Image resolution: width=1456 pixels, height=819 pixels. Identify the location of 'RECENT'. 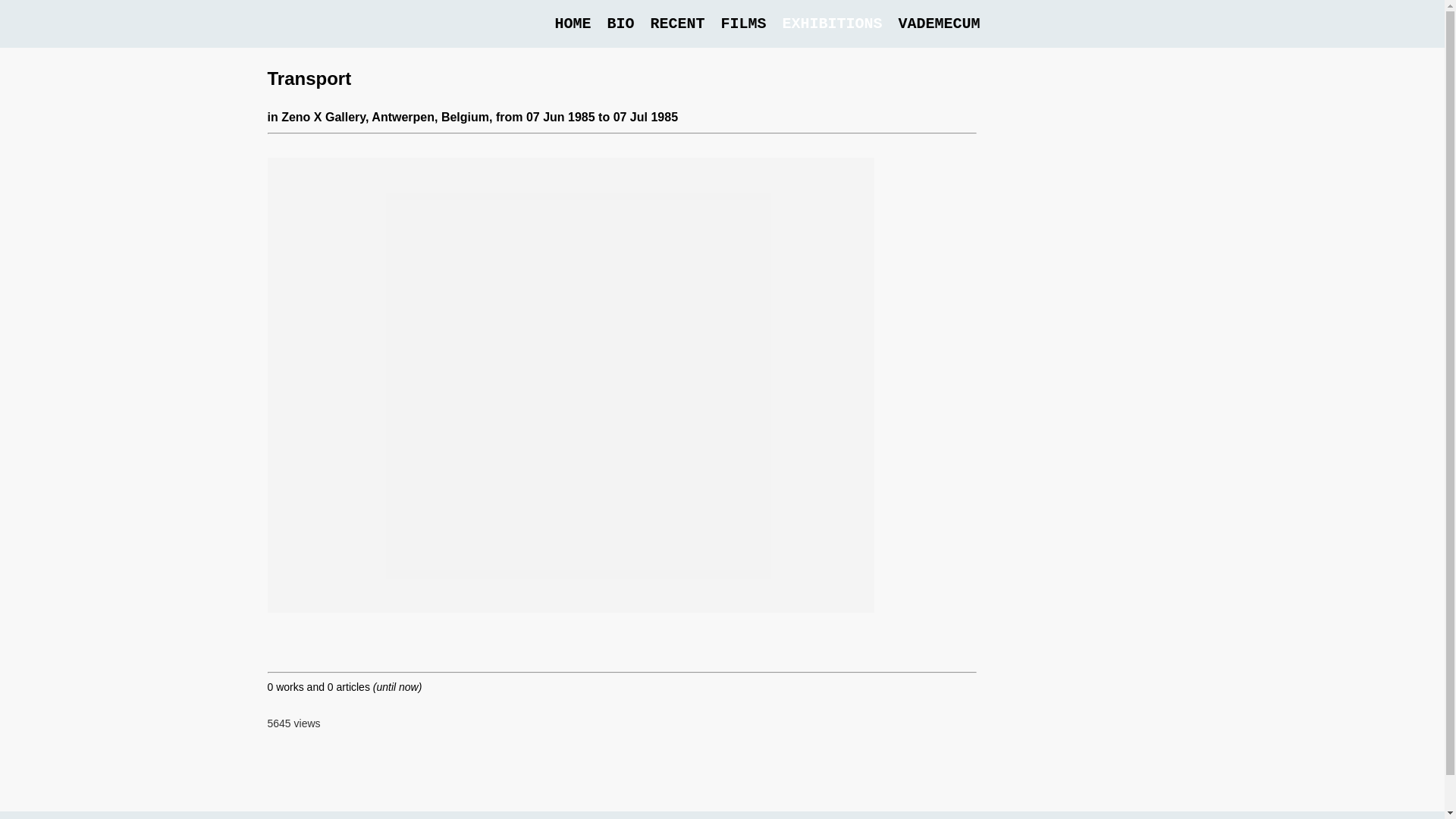
(676, 24).